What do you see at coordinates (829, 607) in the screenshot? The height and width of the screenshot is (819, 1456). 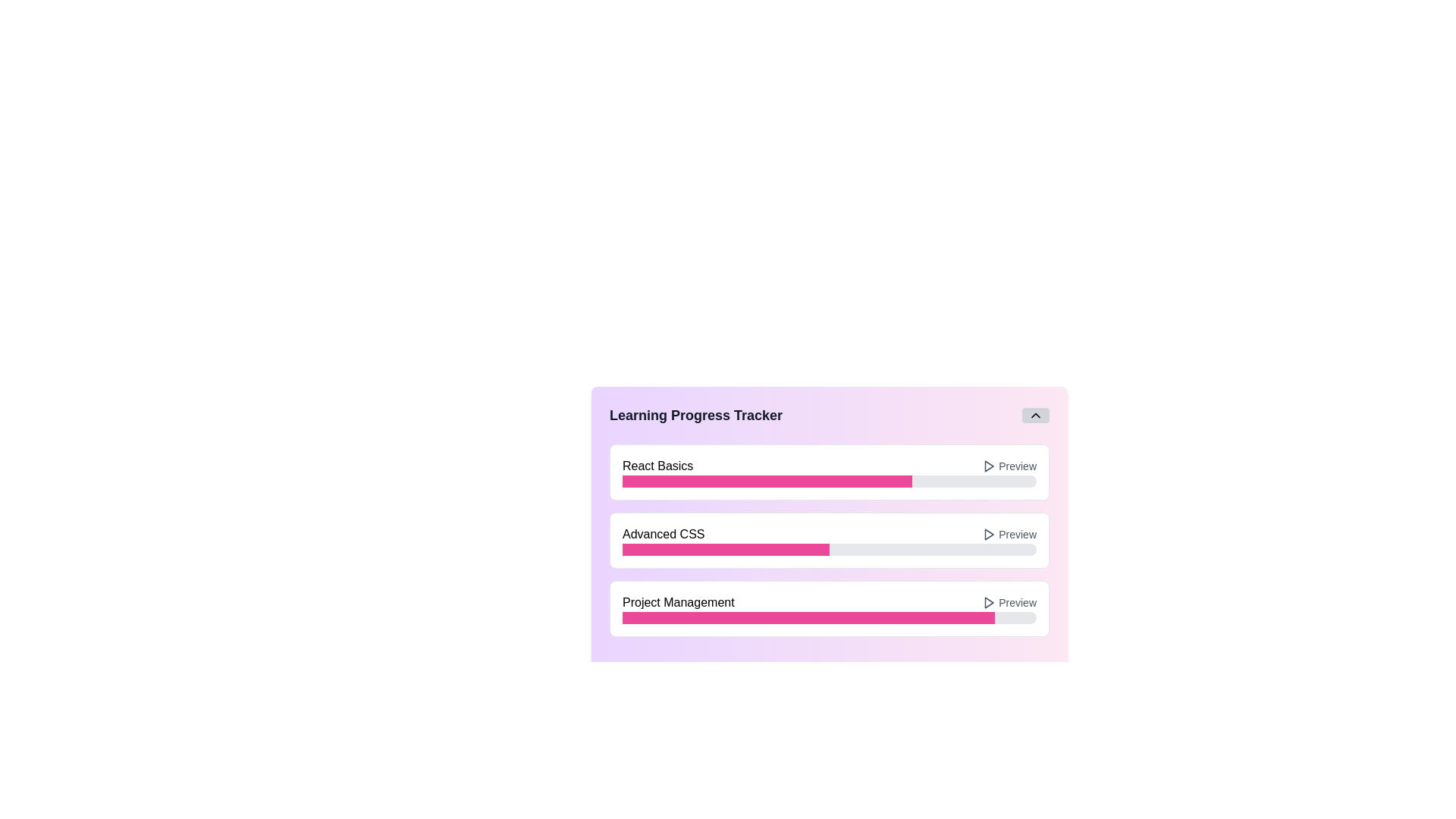 I see `the progress bar of the 'Project Management' list item in the 'Learning Progress Tracker' panel to get more details` at bounding box center [829, 607].